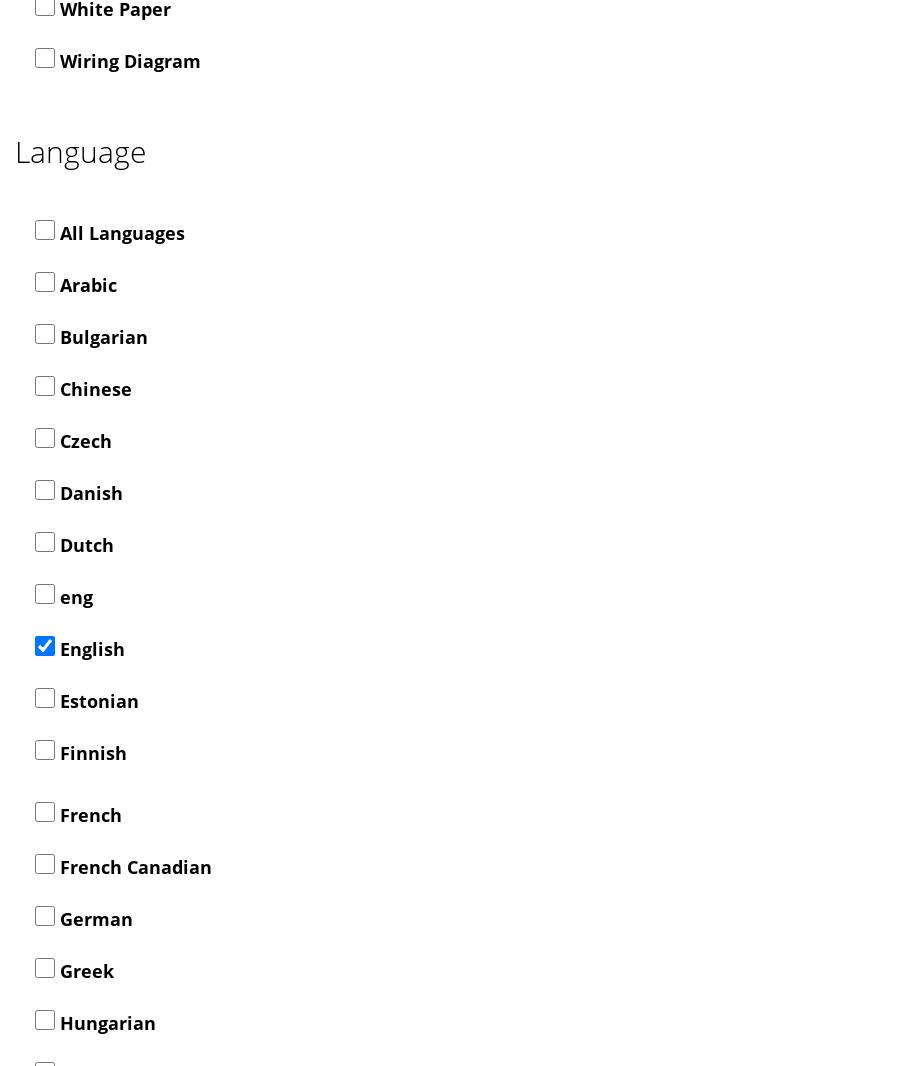 The width and height of the screenshot is (900, 1066). Describe the element at coordinates (104, 1021) in the screenshot. I see `'Hungarian'` at that location.